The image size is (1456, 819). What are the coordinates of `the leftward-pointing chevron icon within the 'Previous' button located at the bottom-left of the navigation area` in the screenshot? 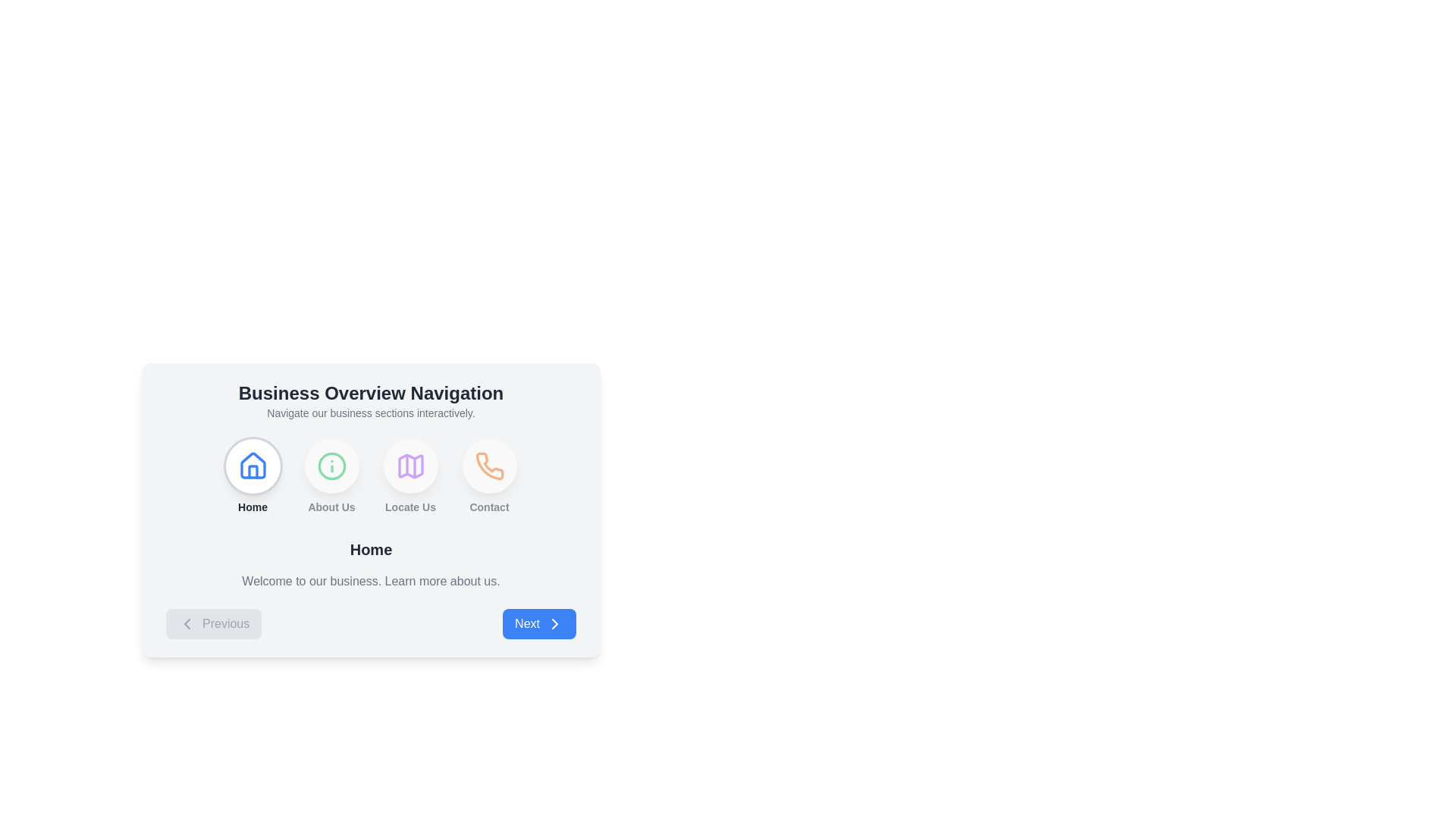 It's located at (186, 623).